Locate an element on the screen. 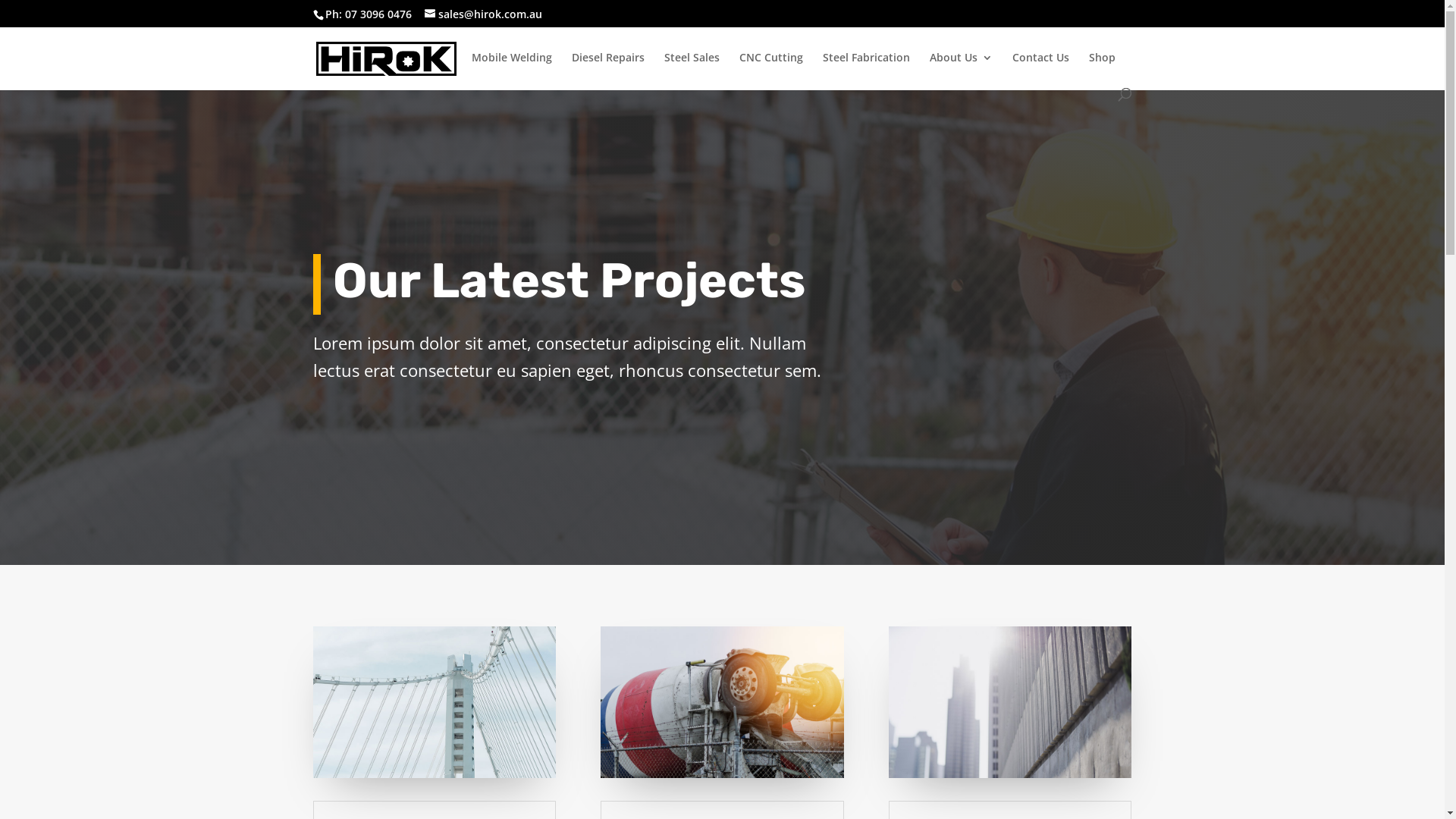  'About Us' is located at coordinates (960, 70).